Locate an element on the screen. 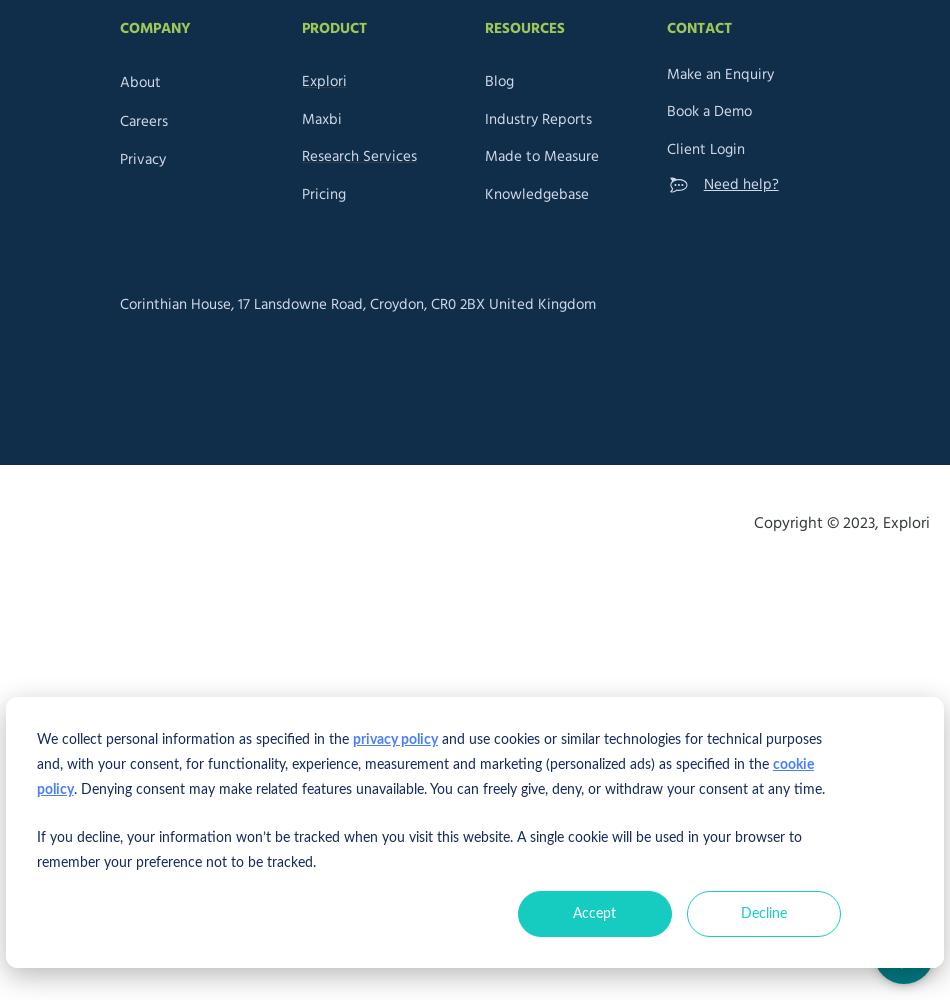 The image size is (950, 1000). 'CONTACT' is located at coordinates (699, 28).